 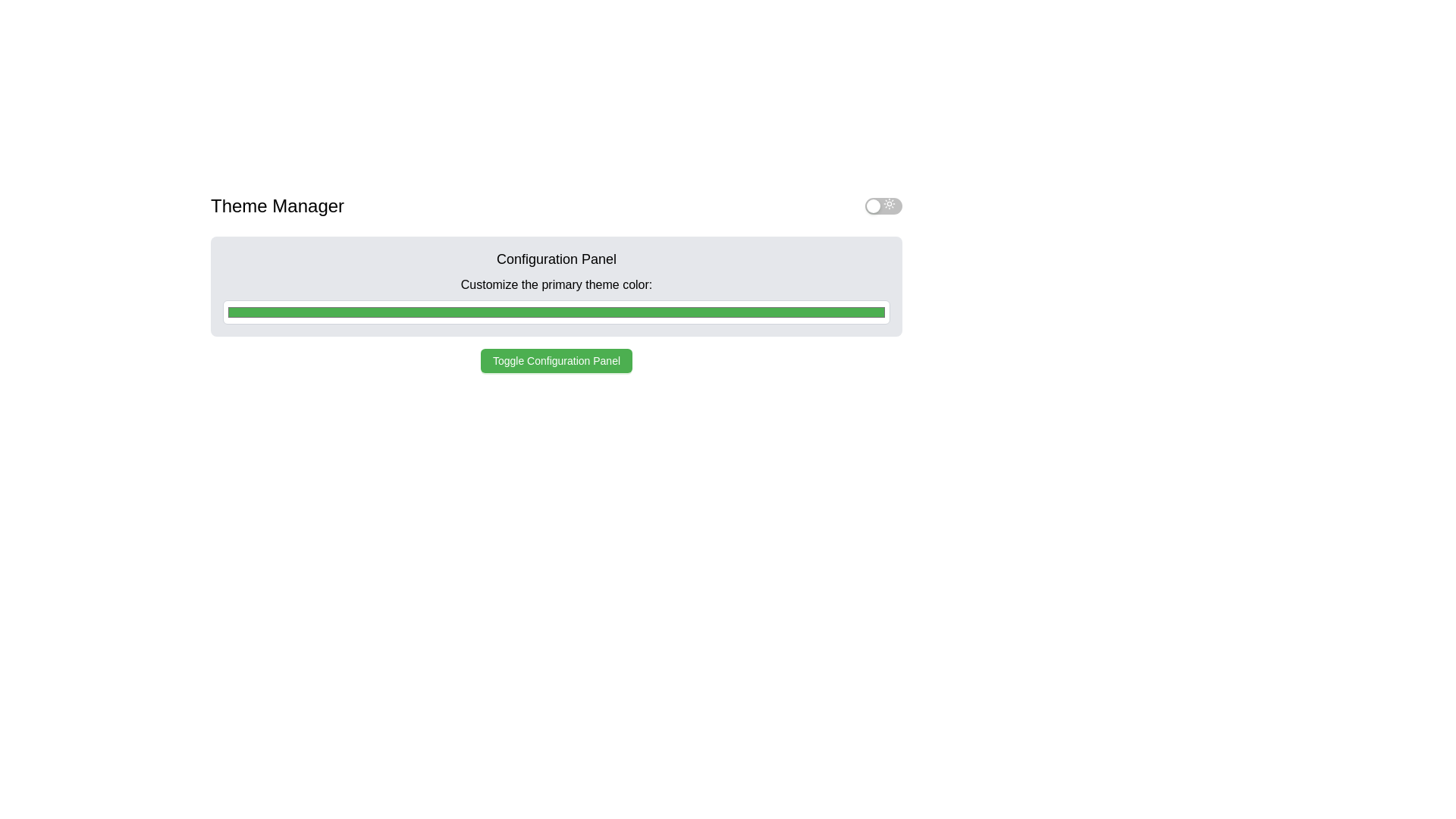 I want to click on the button labeled 'Toggle Configuration Panel', which has a green background and white text, to trigger additional interaction effects, so click(x=556, y=360).